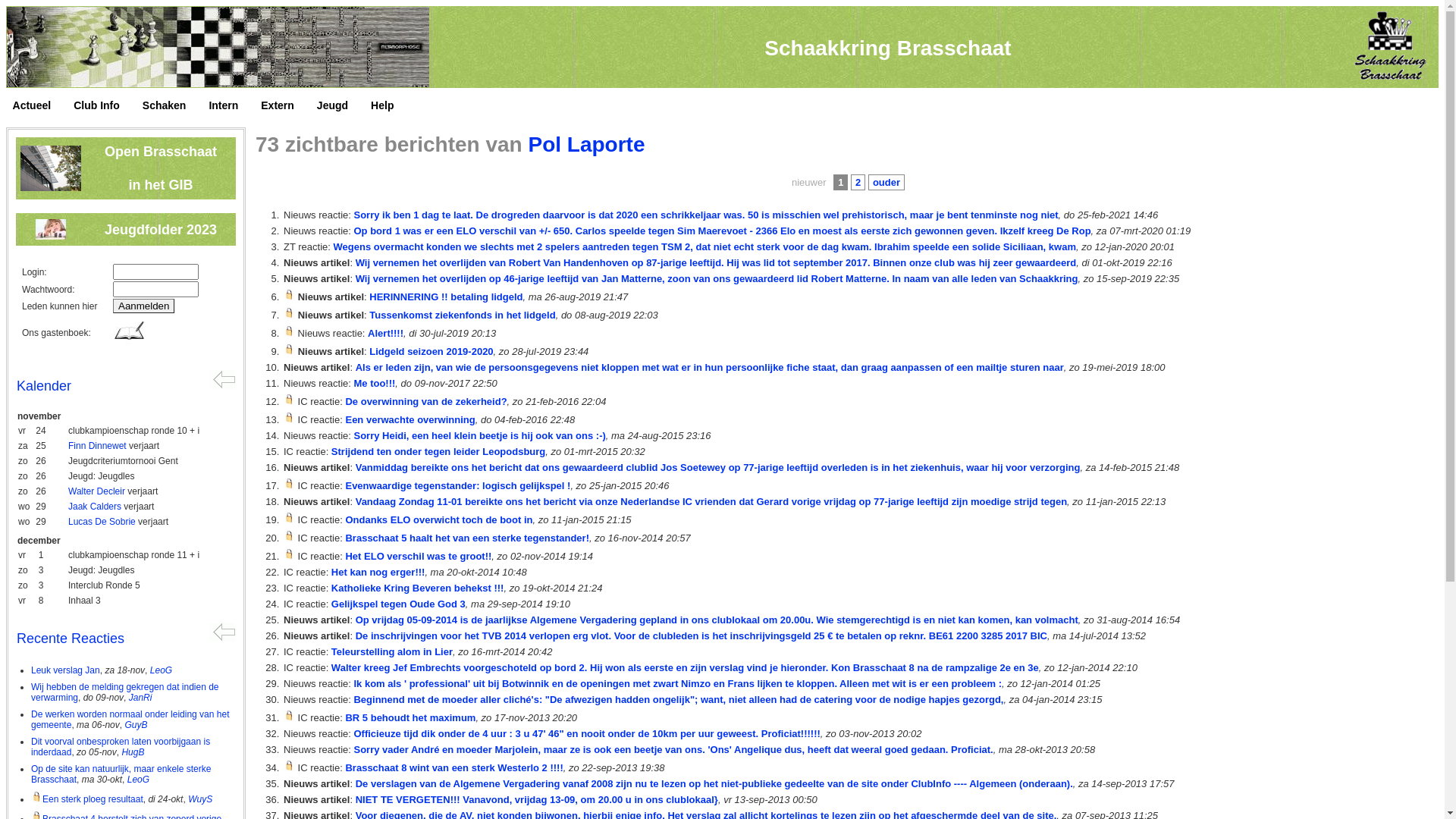 Image resolution: width=1456 pixels, height=819 pixels. I want to click on 'Walter Decleir', so click(96, 491).